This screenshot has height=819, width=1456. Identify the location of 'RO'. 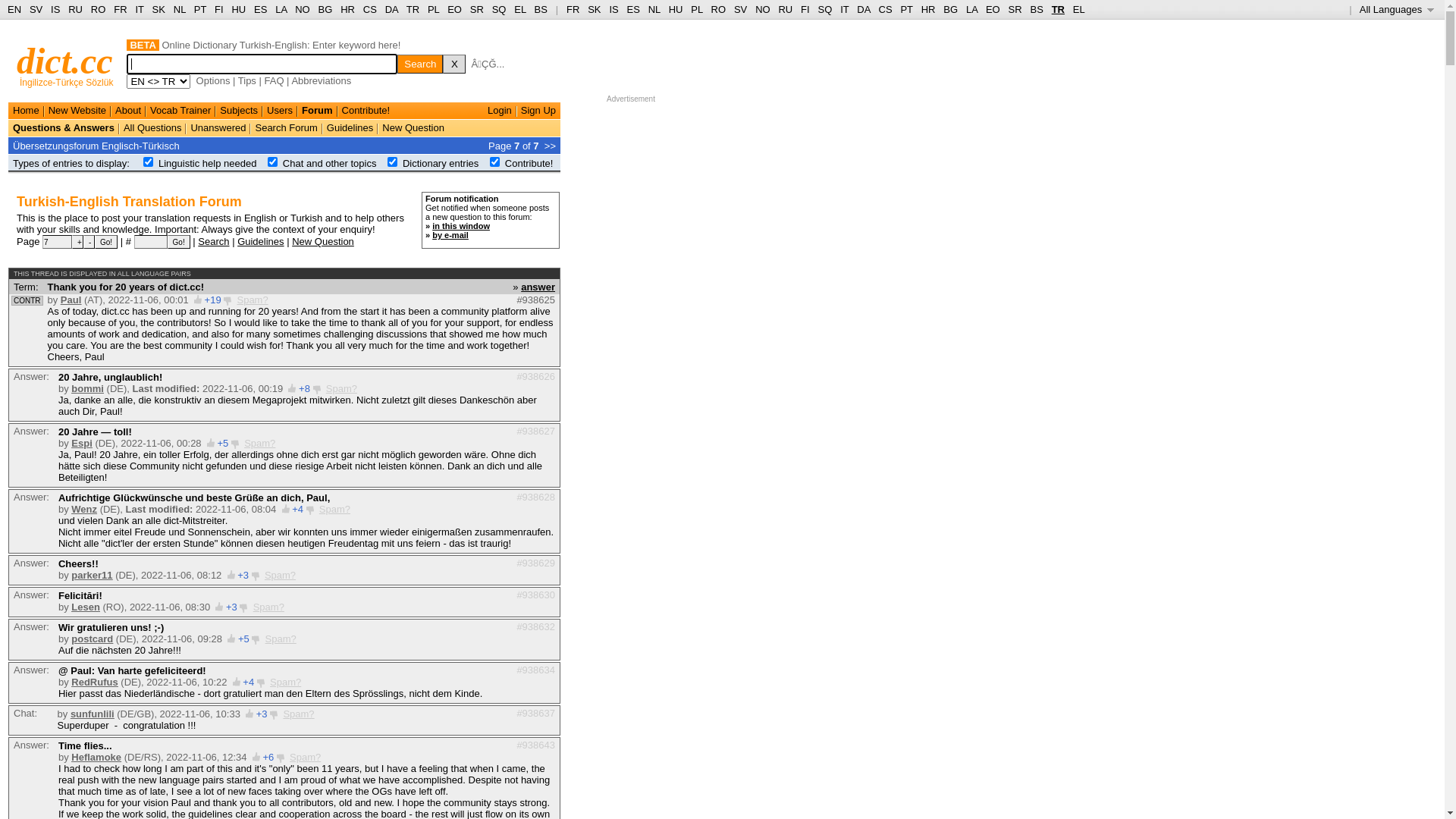
(97, 9).